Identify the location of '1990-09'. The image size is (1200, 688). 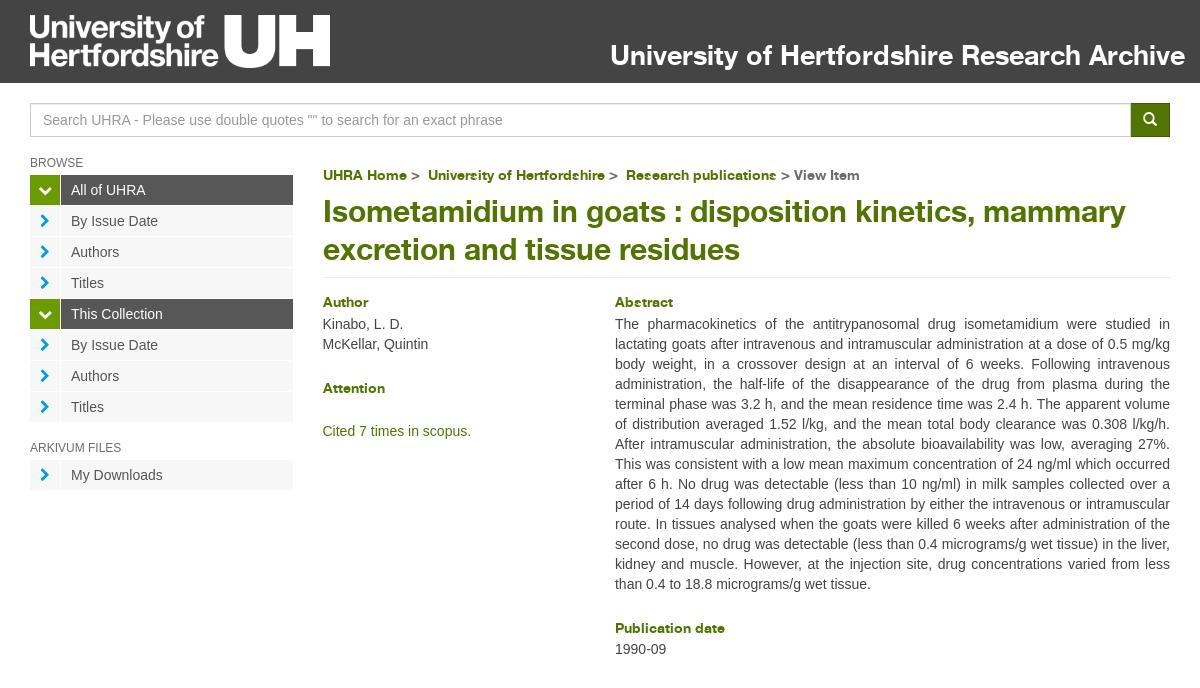
(639, 648).